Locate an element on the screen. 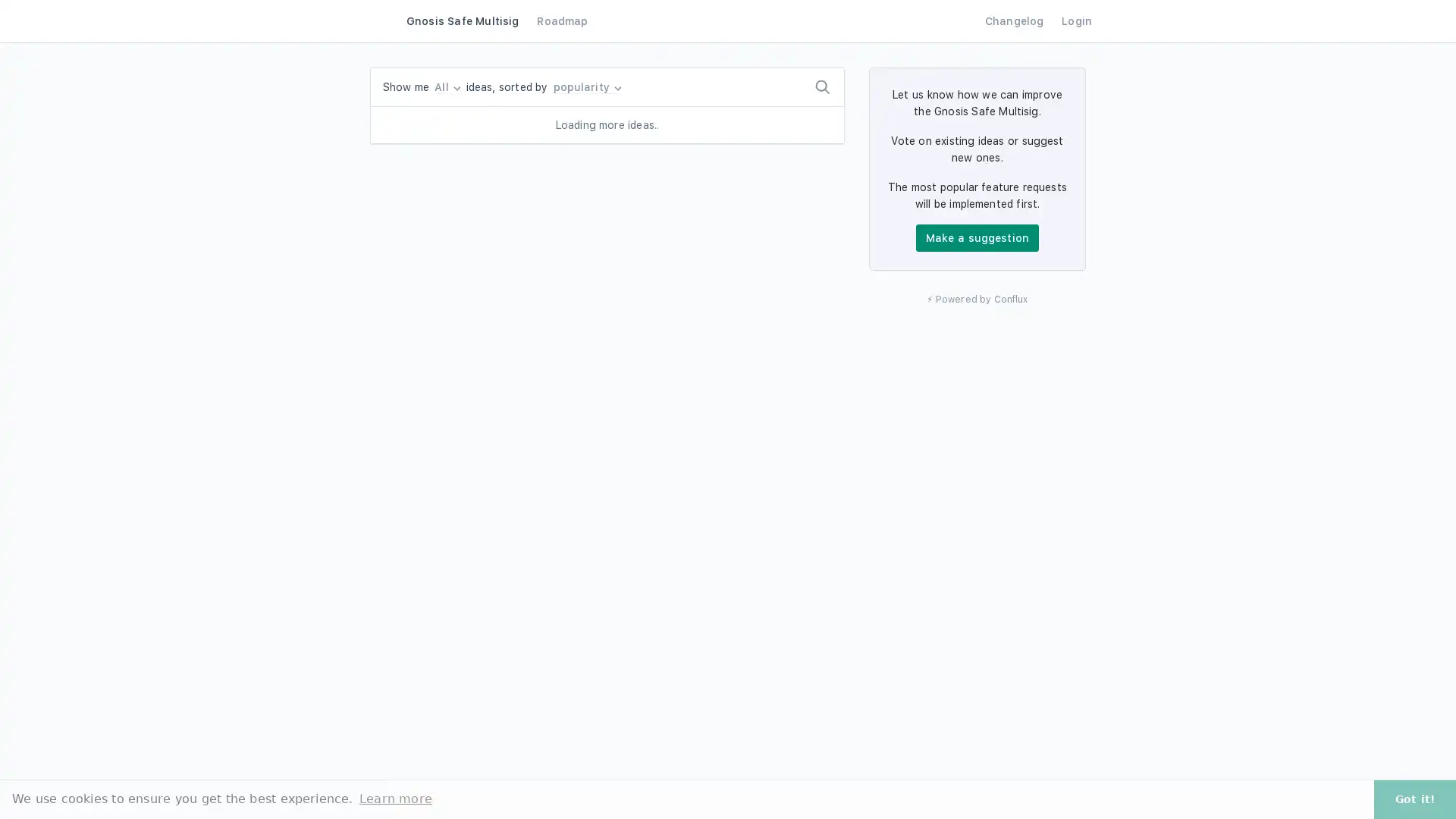 Image resolution: width=1456 pixels, height=819 pixels. All is located at coordinates (447, 87).